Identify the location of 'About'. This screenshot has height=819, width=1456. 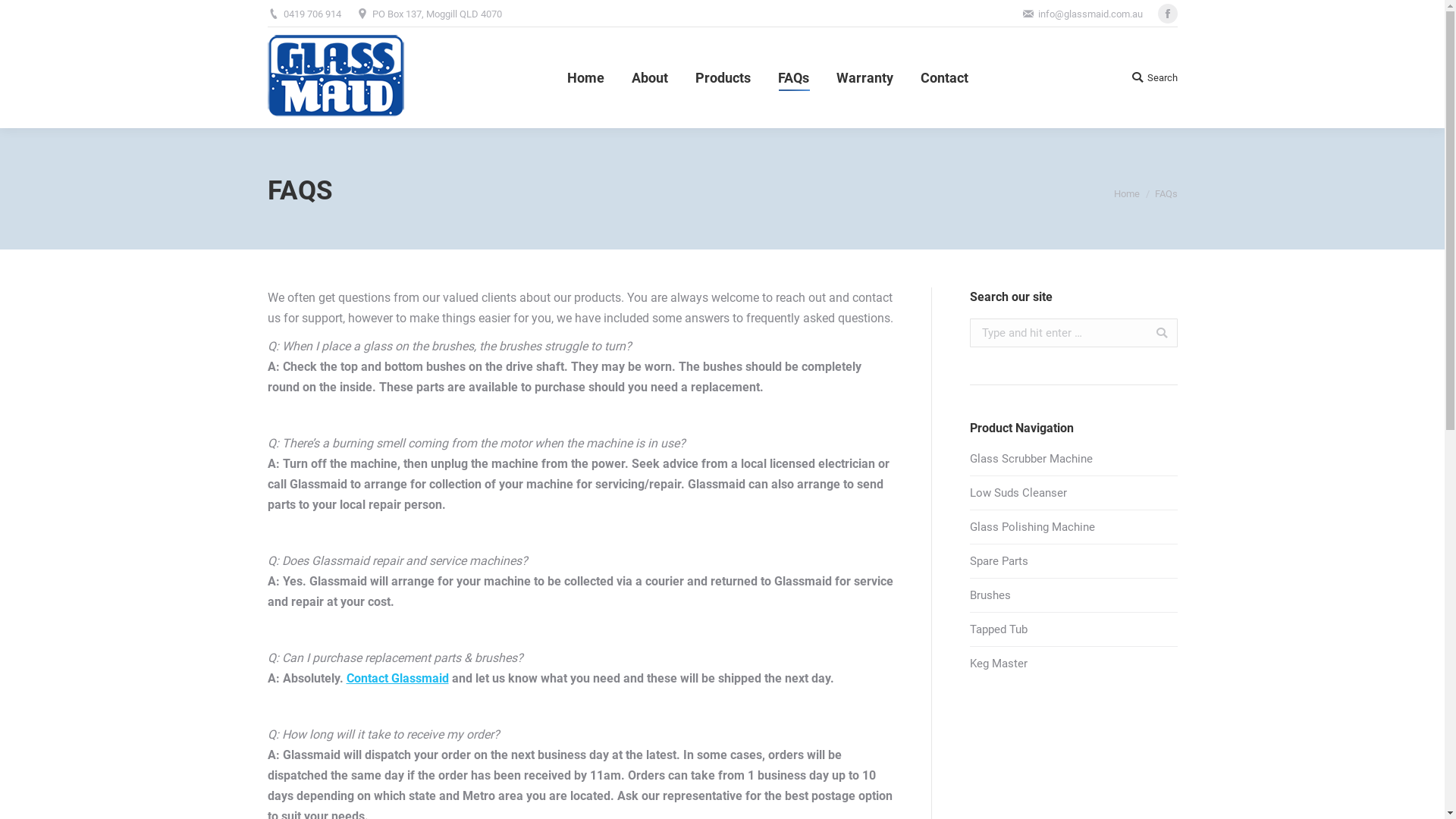
(648, 77).